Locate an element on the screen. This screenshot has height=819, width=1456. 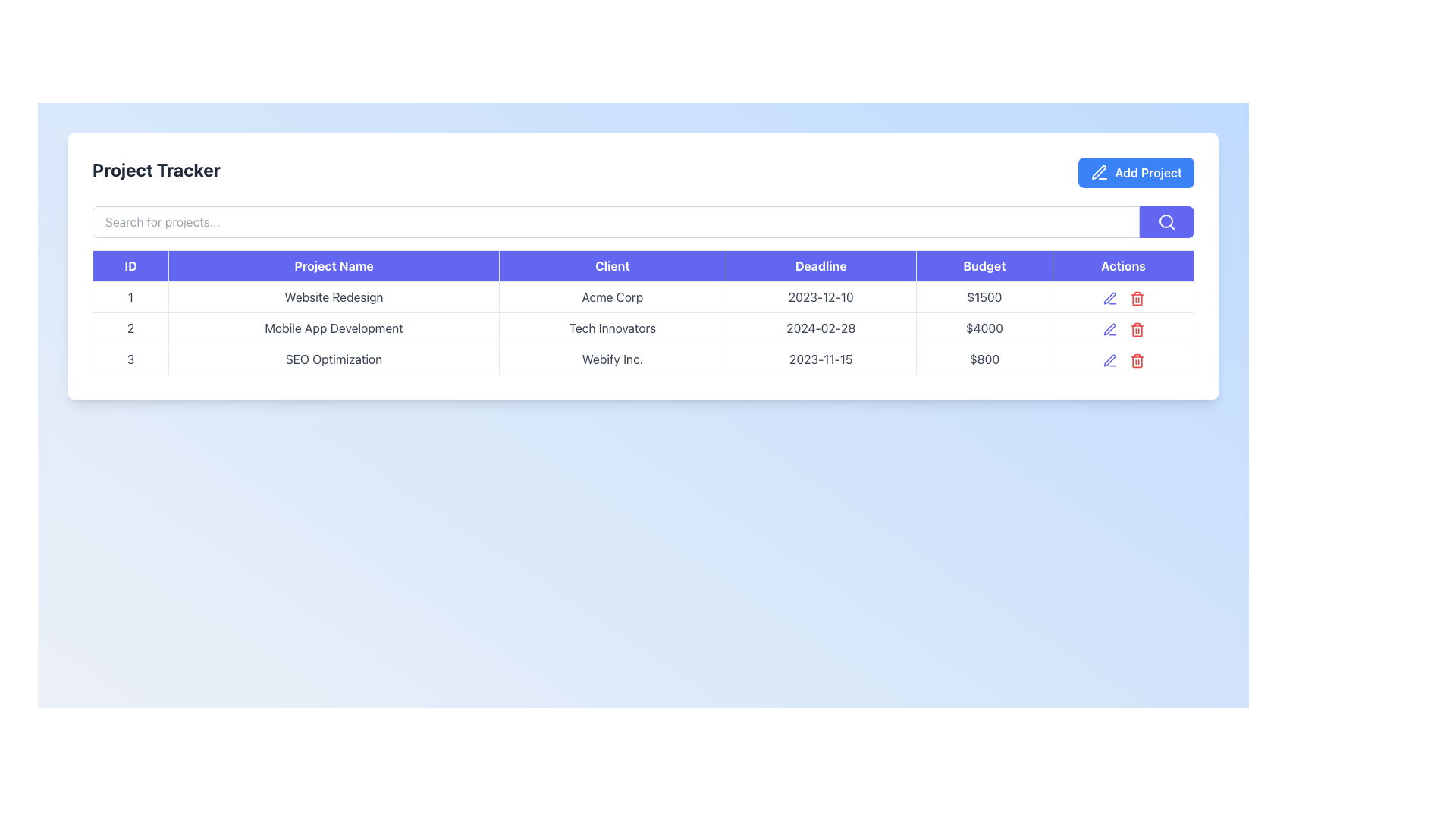
the pen icon located within the blue 'Add Project' button at the top-right corner of the interface is located at coordinates (1100, 171).